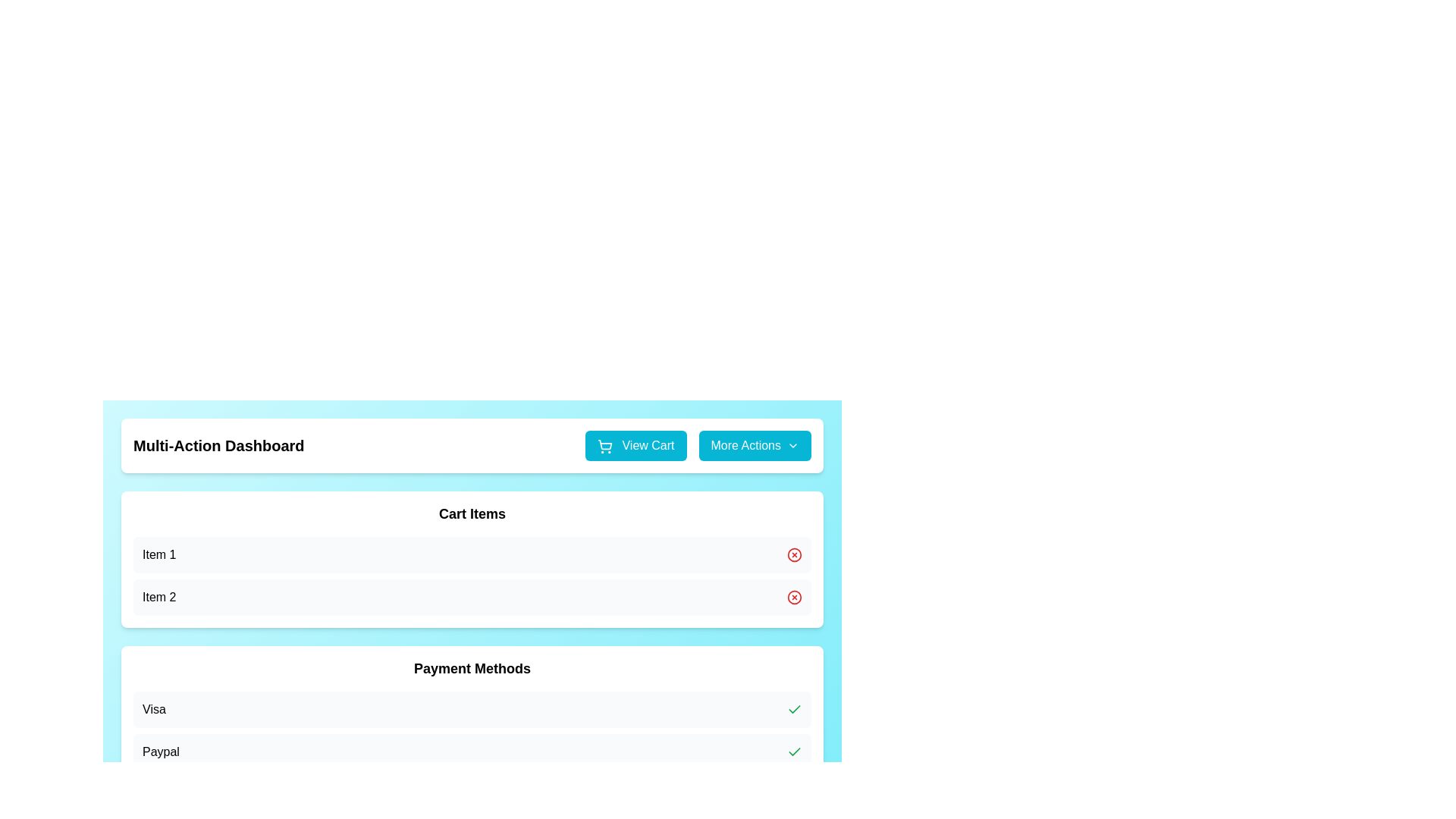  What do you see at coordinates (472, 668) in the screenshot?
I see `the text label 'Payment Methods' which is styled with a bold font and positioned at the top center of a white card section` at bounding box center [472, 668].